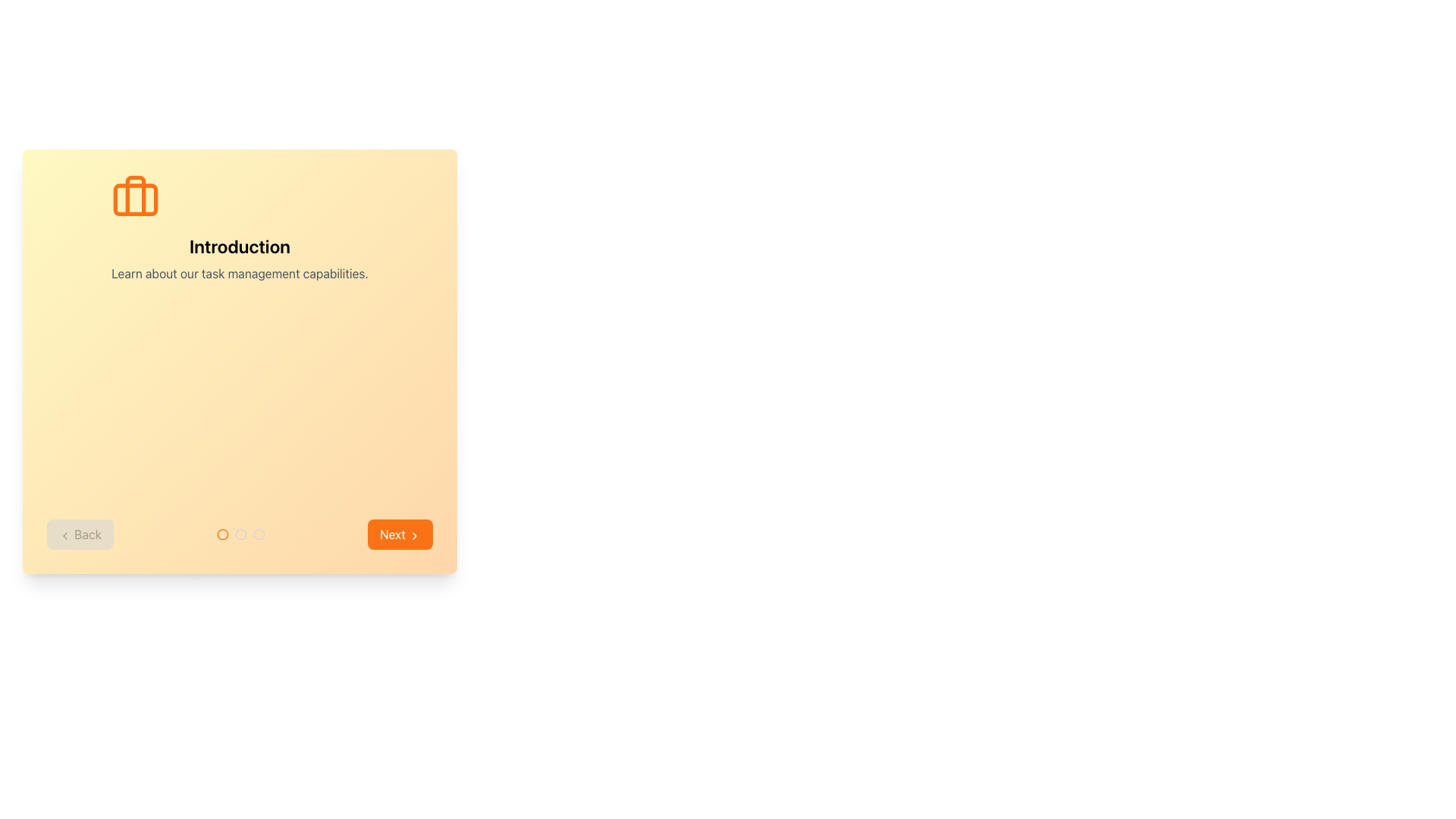  What do you see at coordinates (259, 534) in the screenshot?
I see `the third circular step indicator with a gray border located in the lower section of the interface` at bounding box center [259, 534].